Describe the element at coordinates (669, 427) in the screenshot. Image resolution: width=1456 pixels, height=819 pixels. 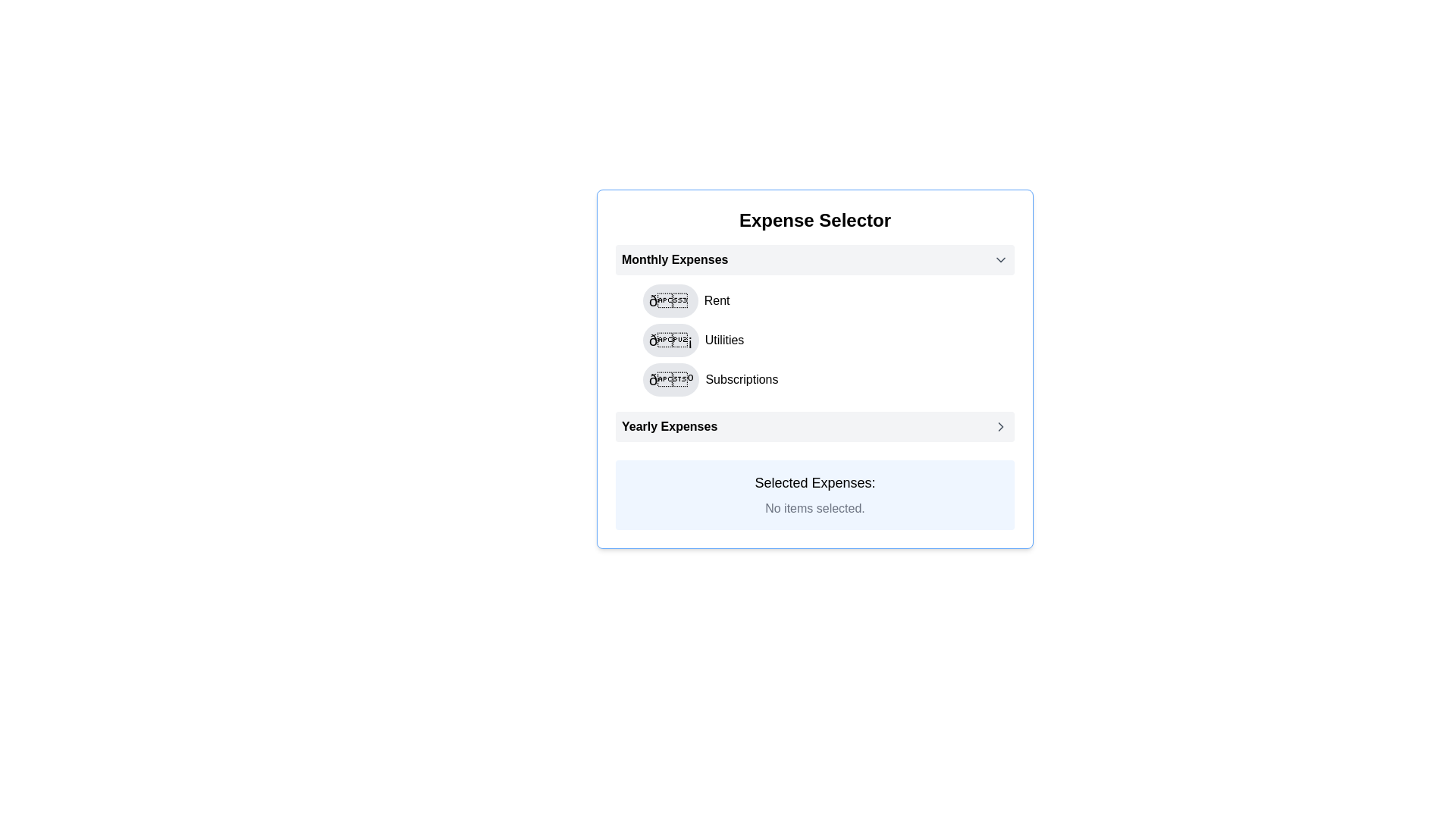
I see `the informational text label indicating 'Yearly Expenses', which is positioned beneath the entries 'Rent', 'Utilities', and 'Subscriptions' in a list-like structure` at that location.